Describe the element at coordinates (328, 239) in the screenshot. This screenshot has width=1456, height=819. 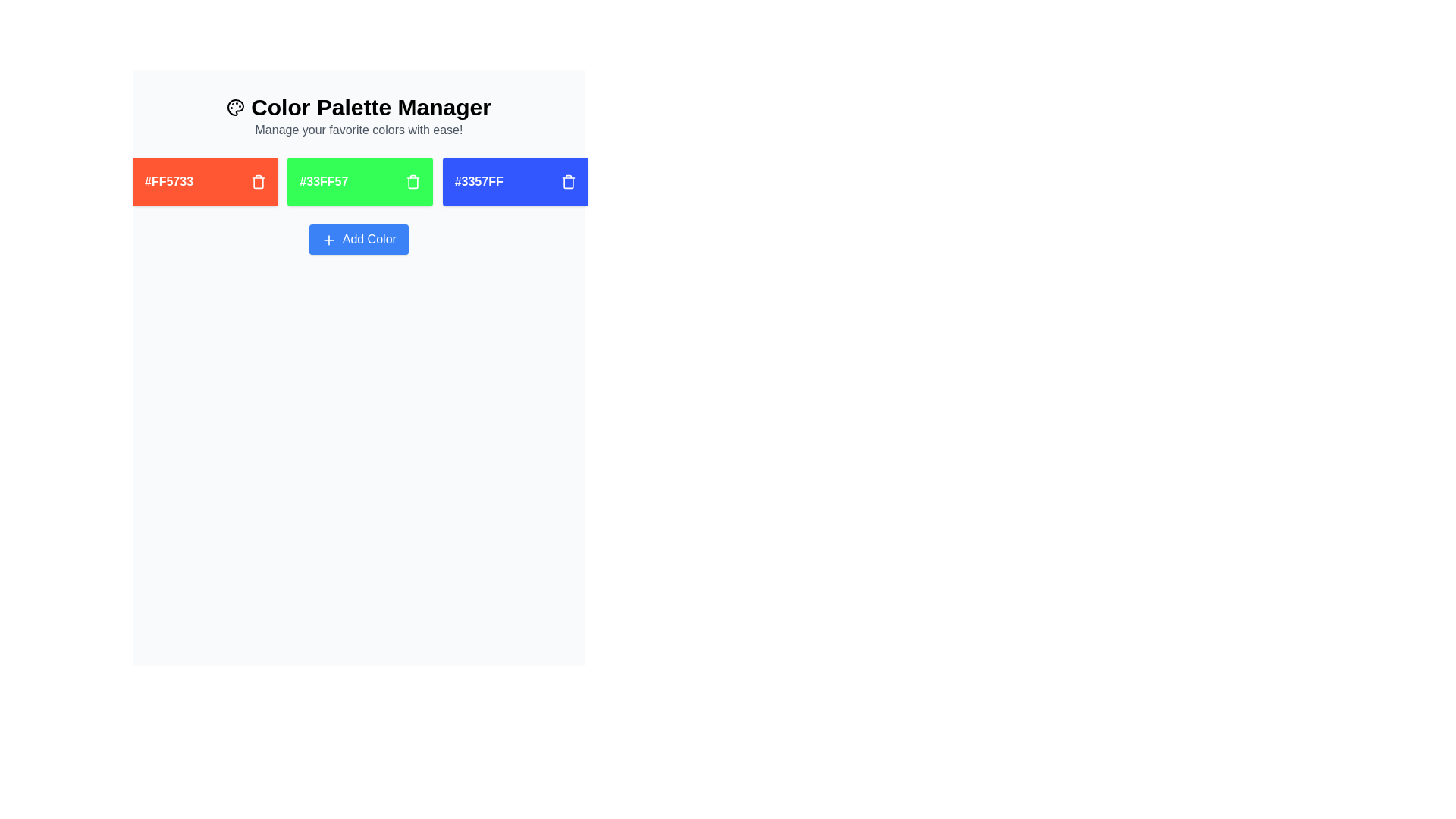
I see `the plus icon within the 'Add Color' button` at that location.